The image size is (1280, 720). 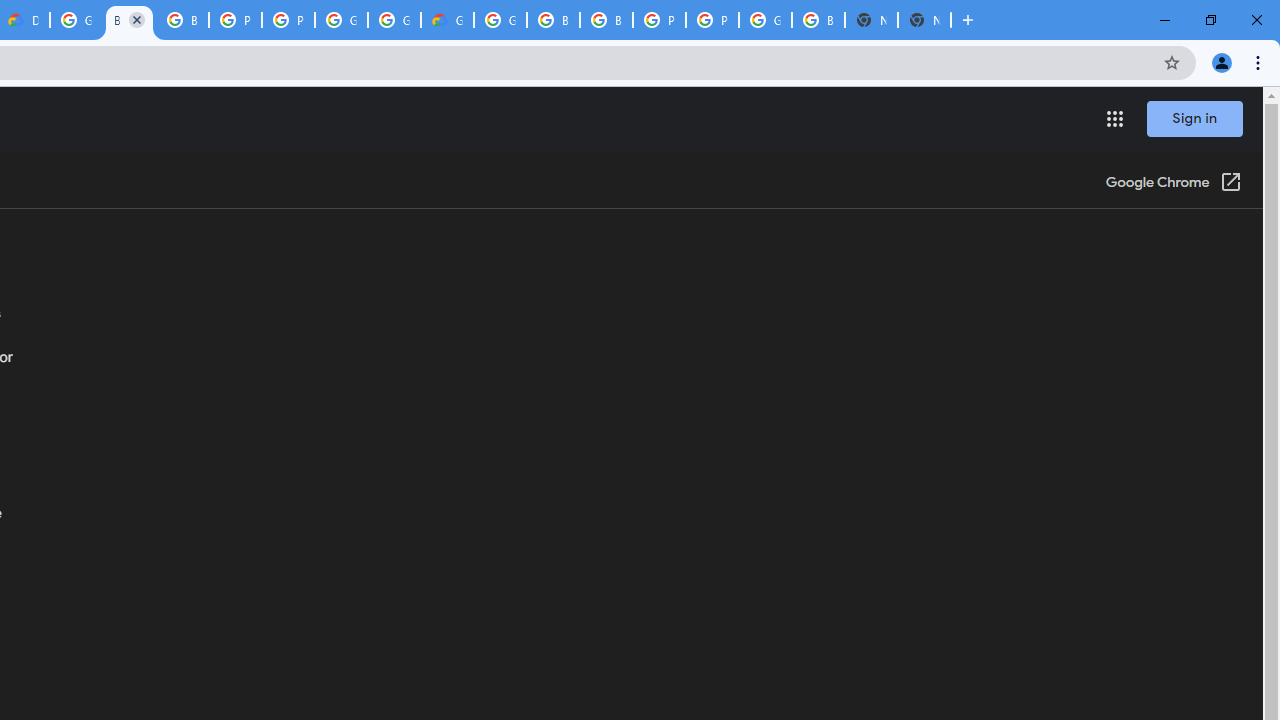 What do you see at coordinates (923, 20) in the screenshot?
I see `'New Tab'` at bounding box center [923, 20].